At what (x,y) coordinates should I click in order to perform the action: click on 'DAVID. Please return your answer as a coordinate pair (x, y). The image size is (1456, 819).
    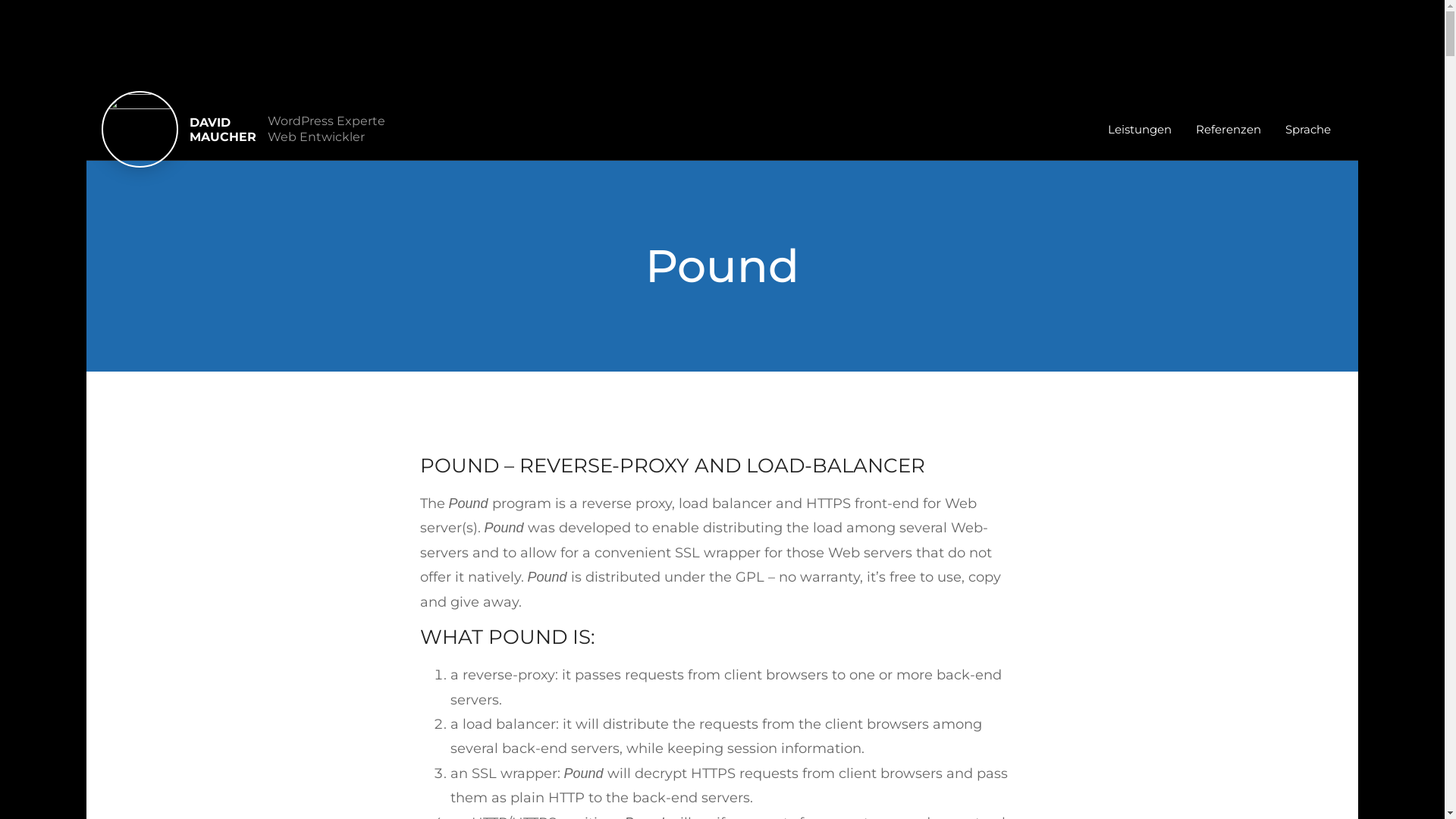
    Looking at the image, I should click on (221, 128).